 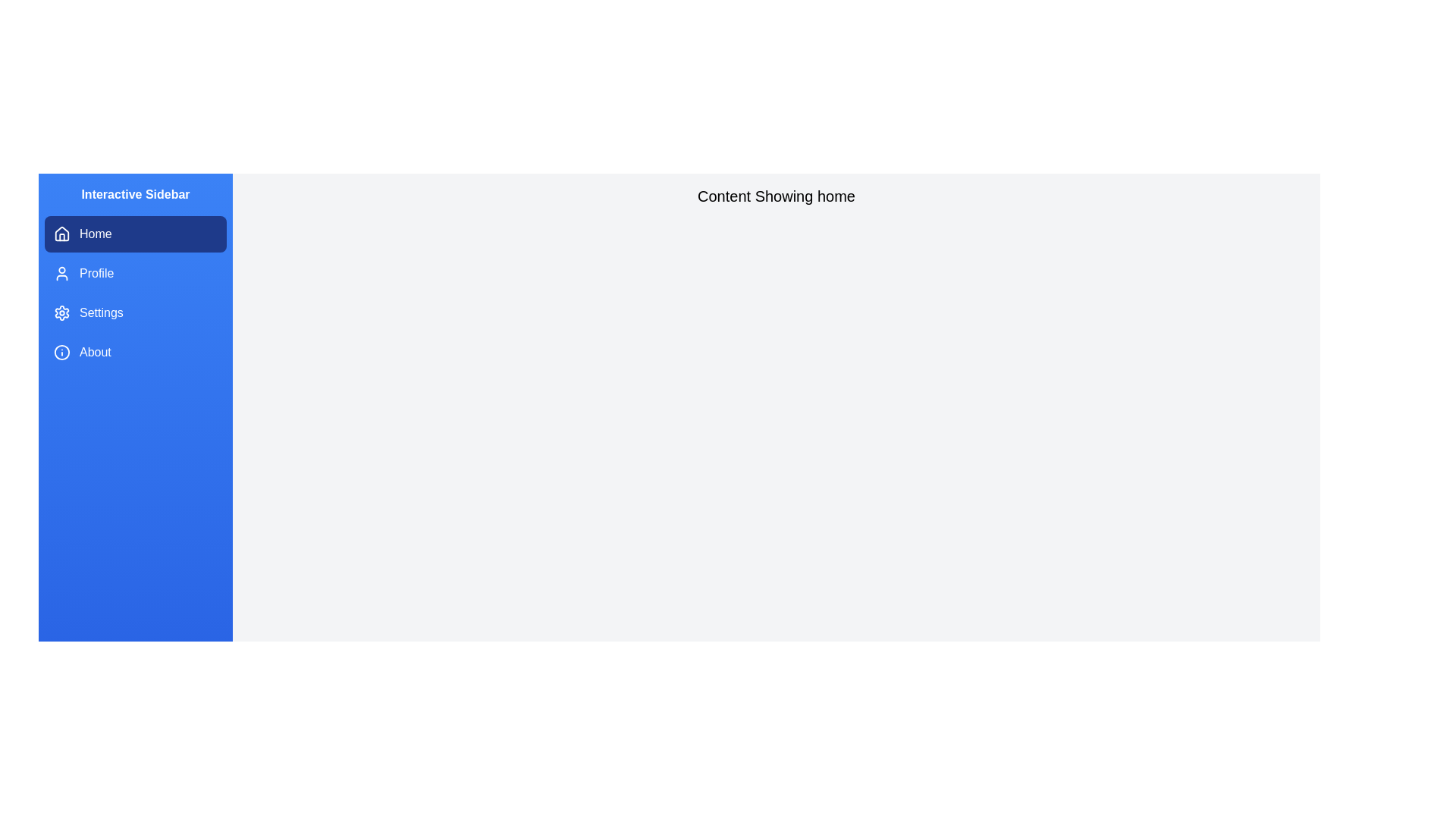 What do you see at coordinates (135, 312) in the screenshot?
I see `the sidebar item labeled Settings to navigate to the corresponding section` at bounding box center [135, 312].